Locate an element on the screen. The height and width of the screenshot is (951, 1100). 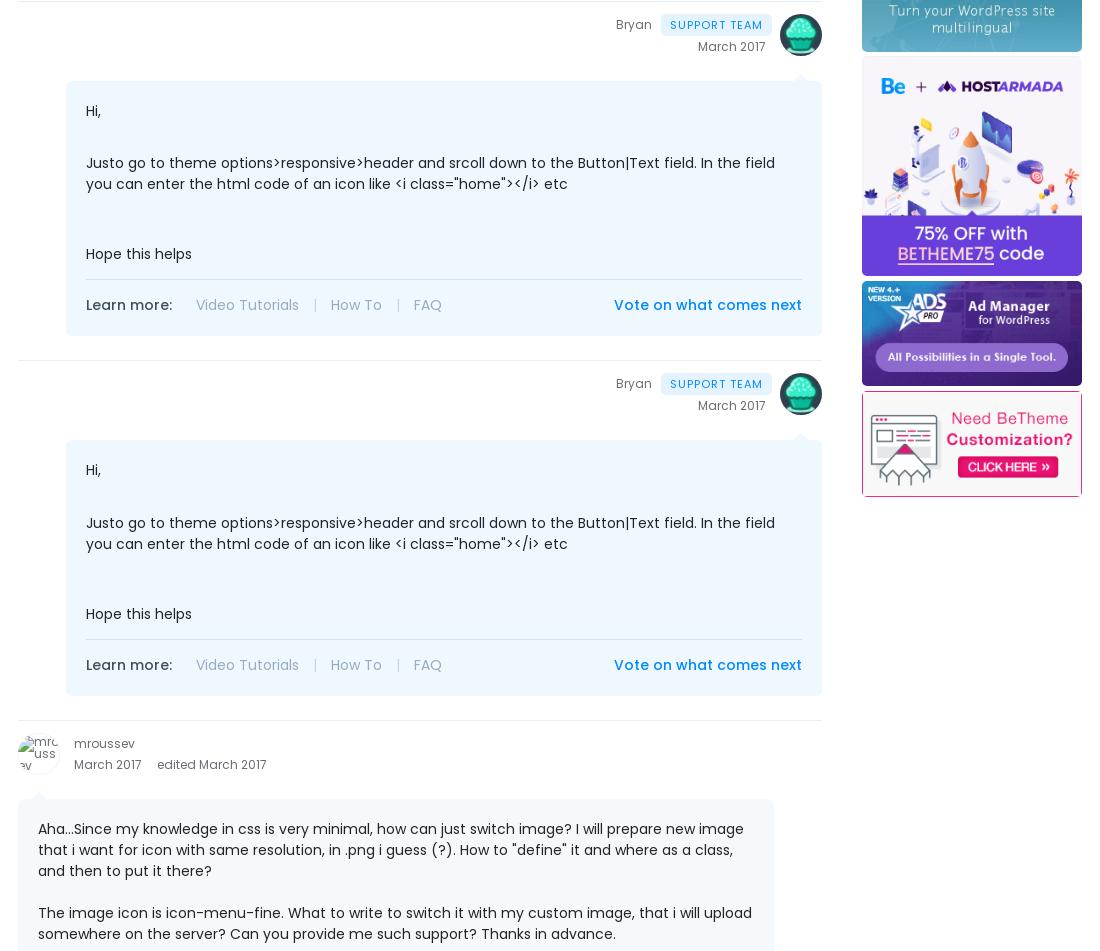
'Aha...Since my knowledge in css is very minimal, how can just switch image? I will prepare new image that i want for icon with same resolution, in .png i guess (?). How to "define" it and where as a class, and then to put it there?' is located at coordinates (391, 847).